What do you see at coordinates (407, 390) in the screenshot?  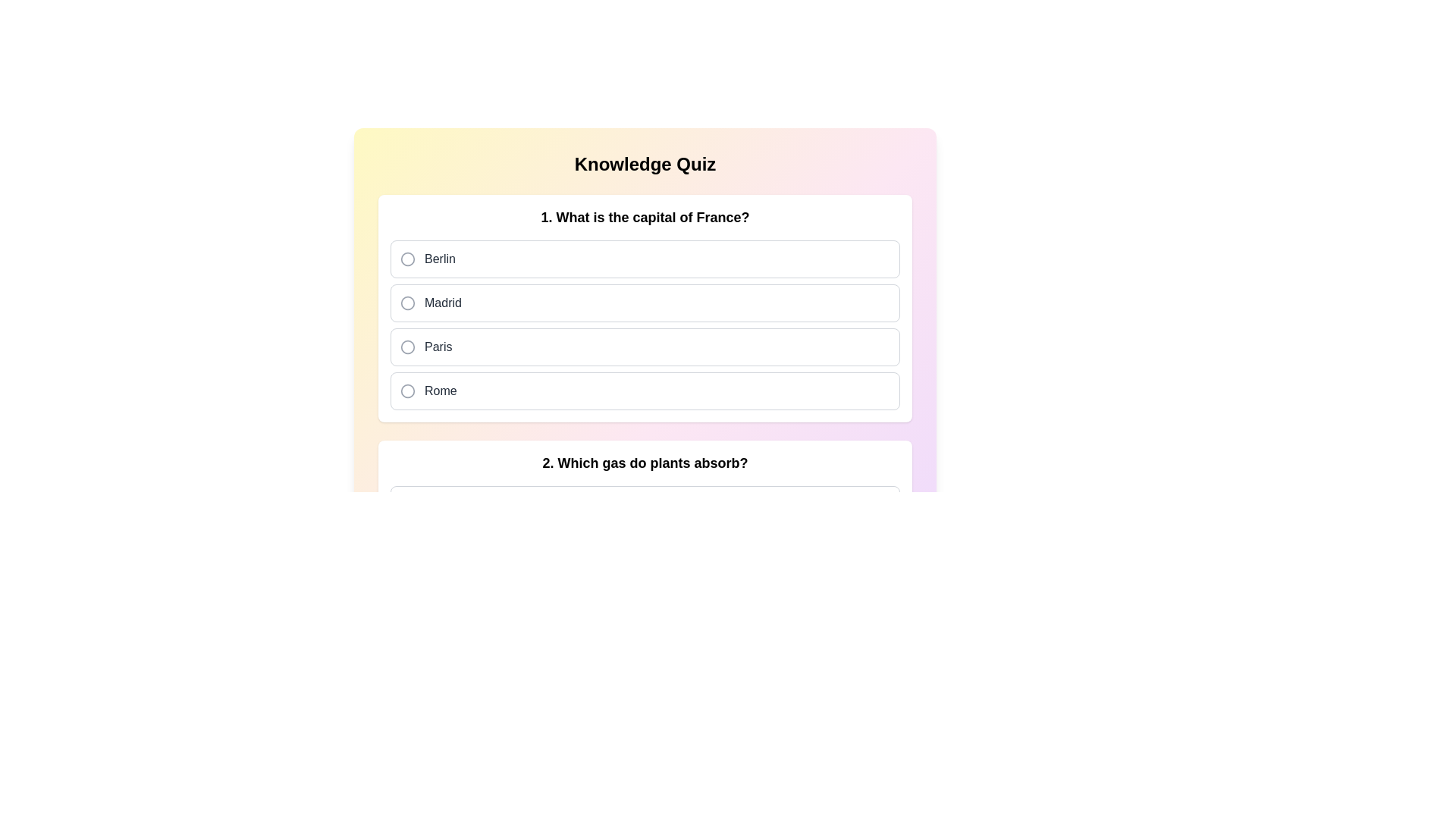 I see `the radio button indicator represented as a hollow circular outline beside the text option 'Rome' in the quiz interface` at bounding box center [407, 390].